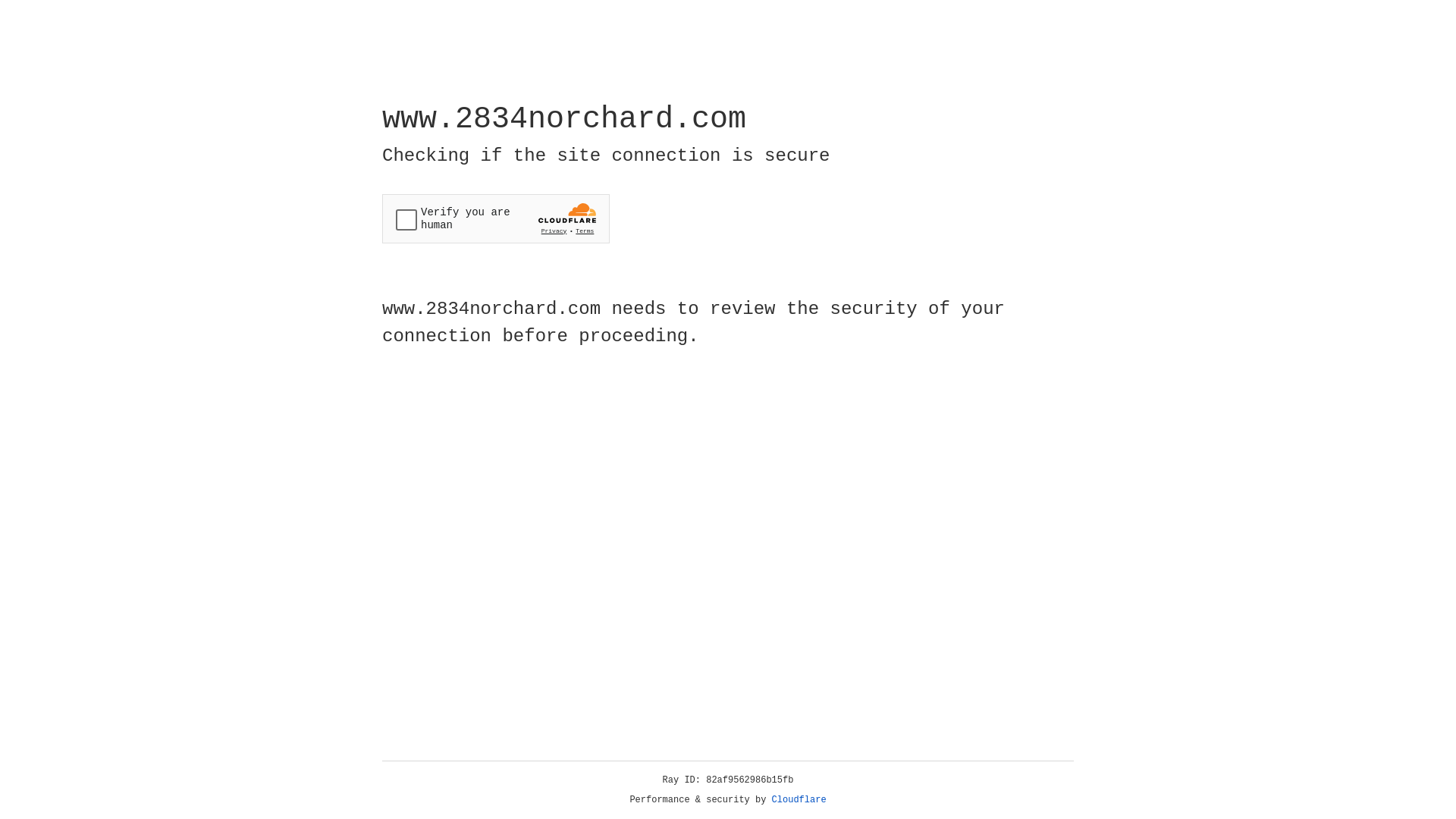 This screenshot has height=819, width=1456. I want to click on 'Widget containing a Cloudflare security challenge', so click(495, 218).